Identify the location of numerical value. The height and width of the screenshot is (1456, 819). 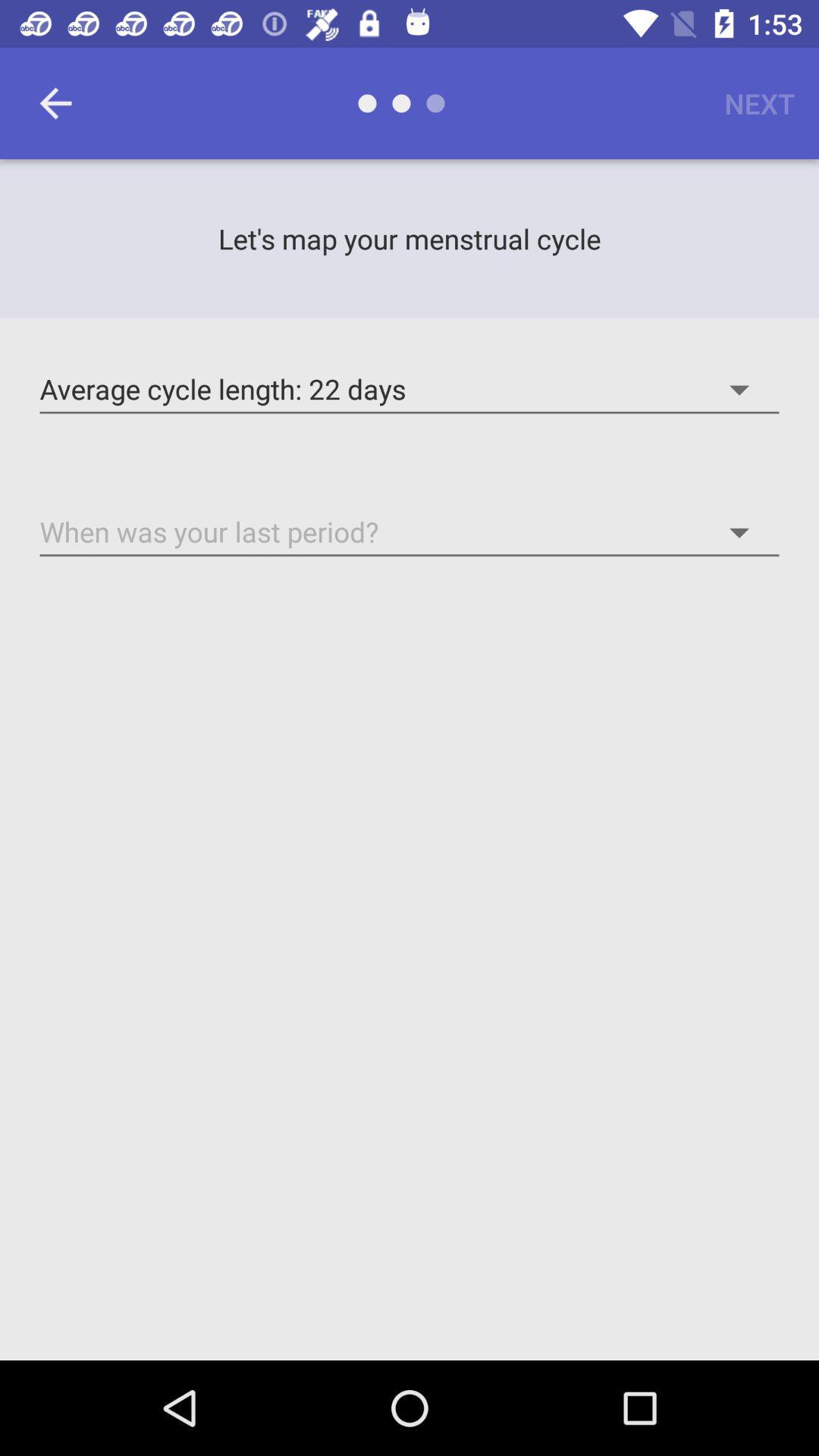
(409, 532).